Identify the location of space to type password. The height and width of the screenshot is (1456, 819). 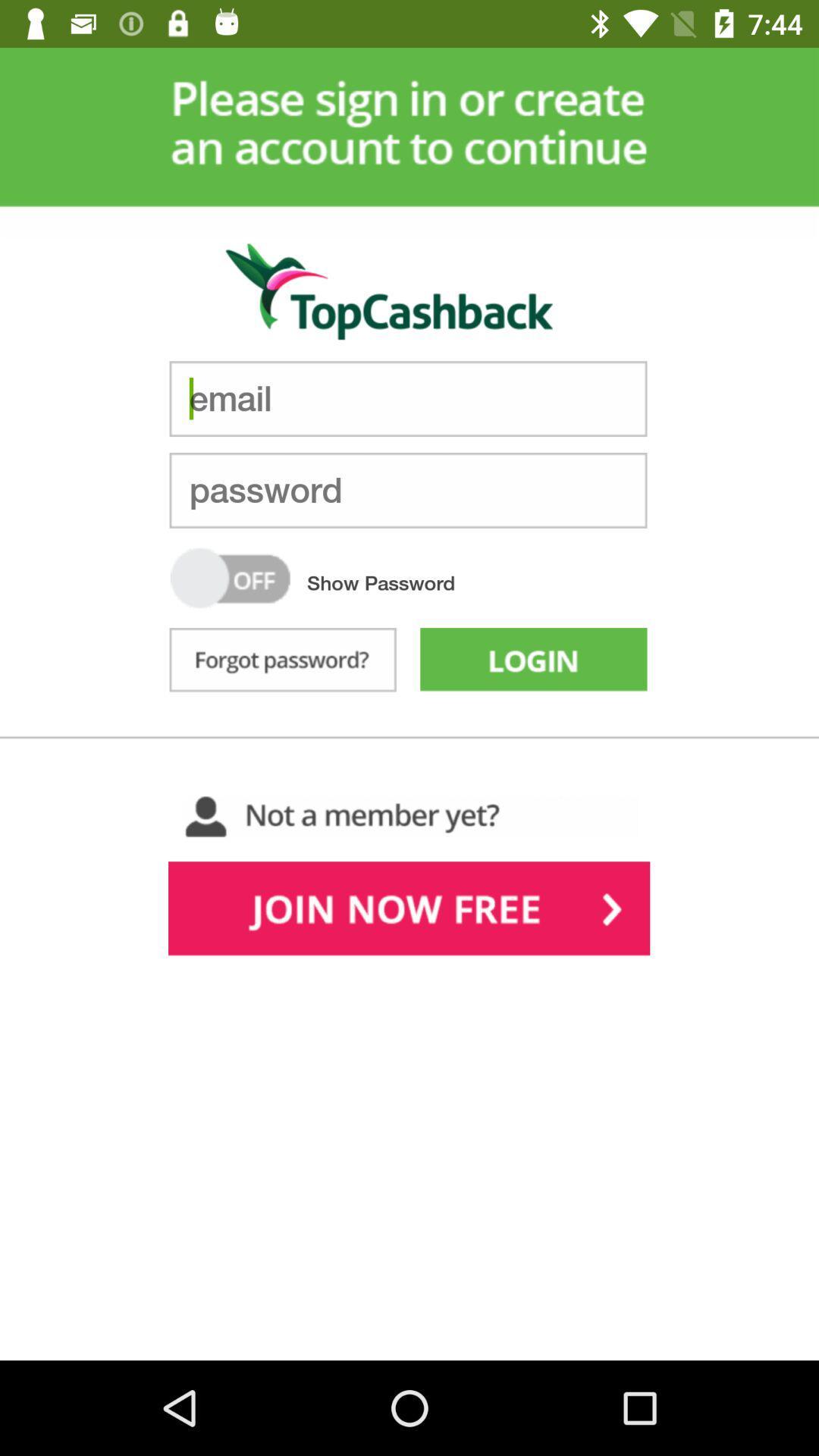
(407, 490).